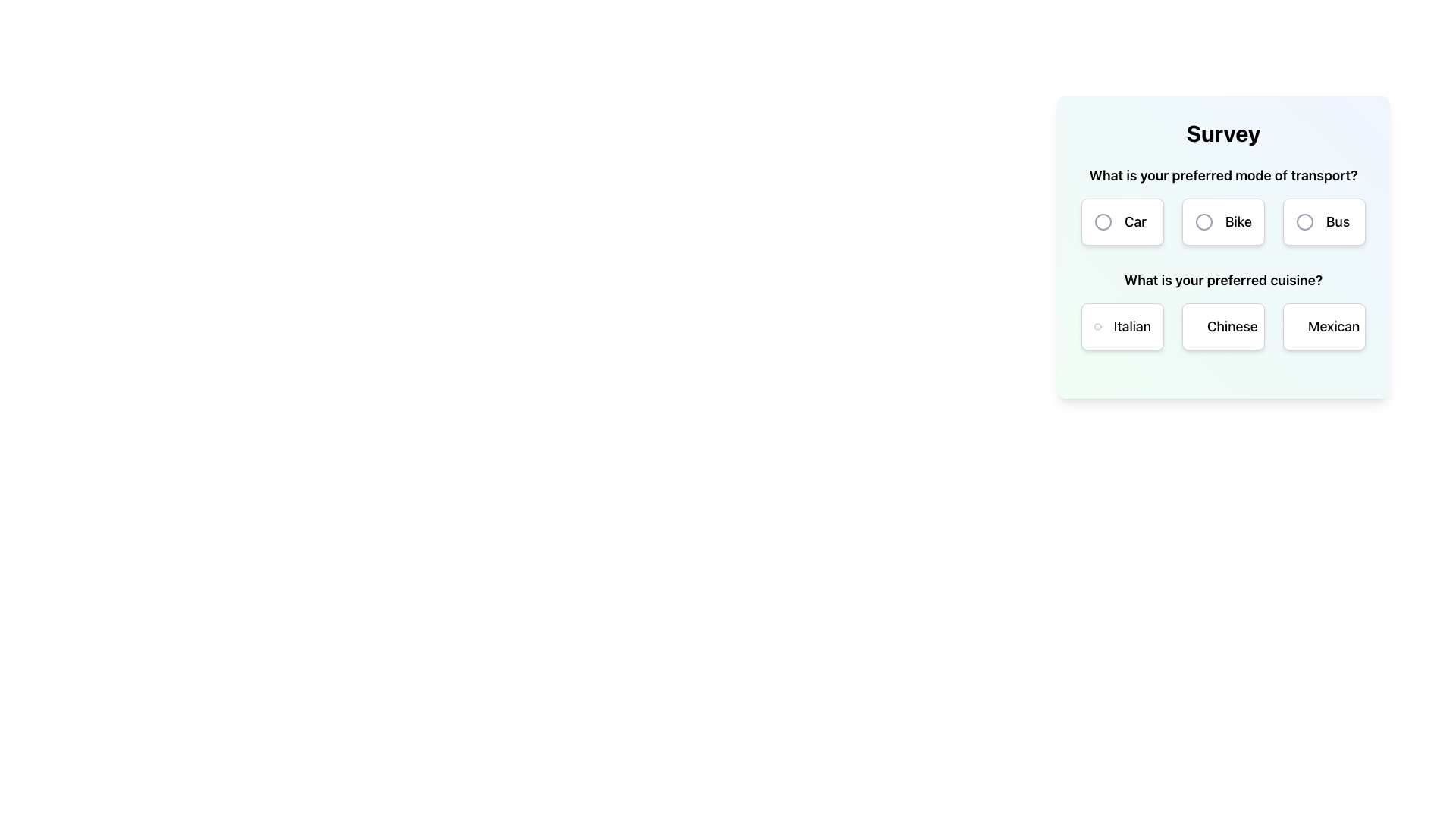  What do you see at coordinates (1122, 326) in the screenshot?
I see `the unselected radio button labeled 'Italian'` at bounding box center [1122, 326].